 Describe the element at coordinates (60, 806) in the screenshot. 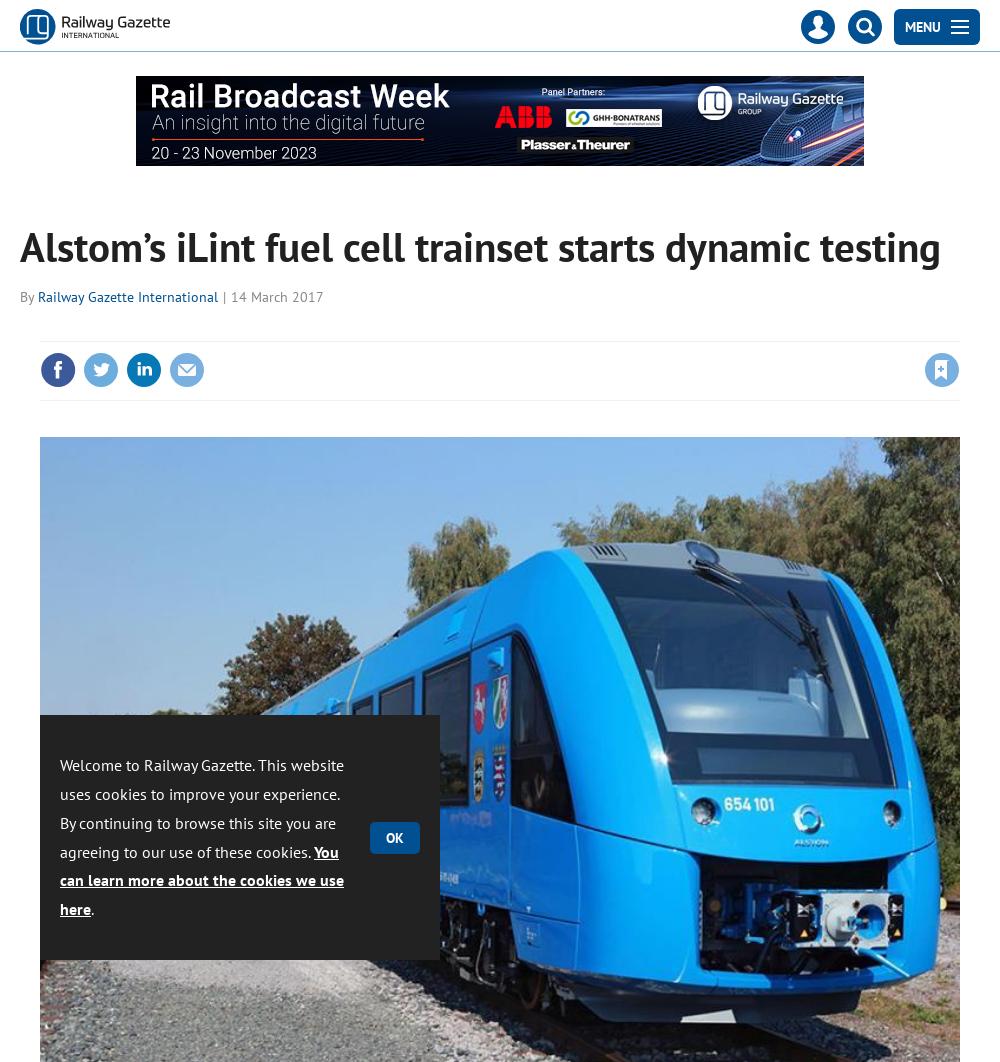

I see `'Welcome to Railway Gazette. This website uses cookies to improve your experience. By continuing to browse this site you are agreeing to our use of these cookies.'` at that location.